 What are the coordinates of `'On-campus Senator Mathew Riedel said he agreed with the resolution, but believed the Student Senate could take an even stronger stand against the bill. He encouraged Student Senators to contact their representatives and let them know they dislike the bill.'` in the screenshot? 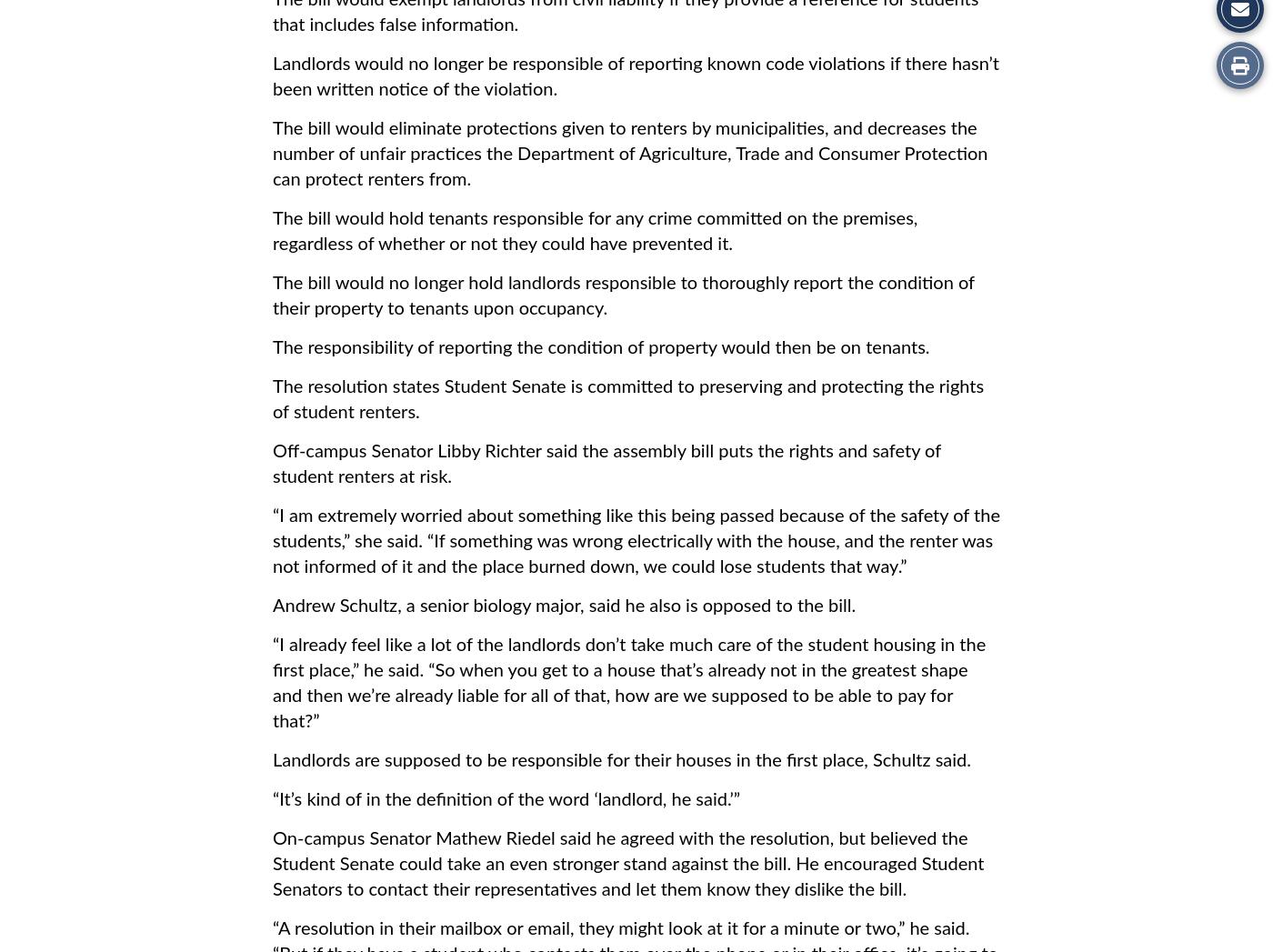 It's located at (273, 864).